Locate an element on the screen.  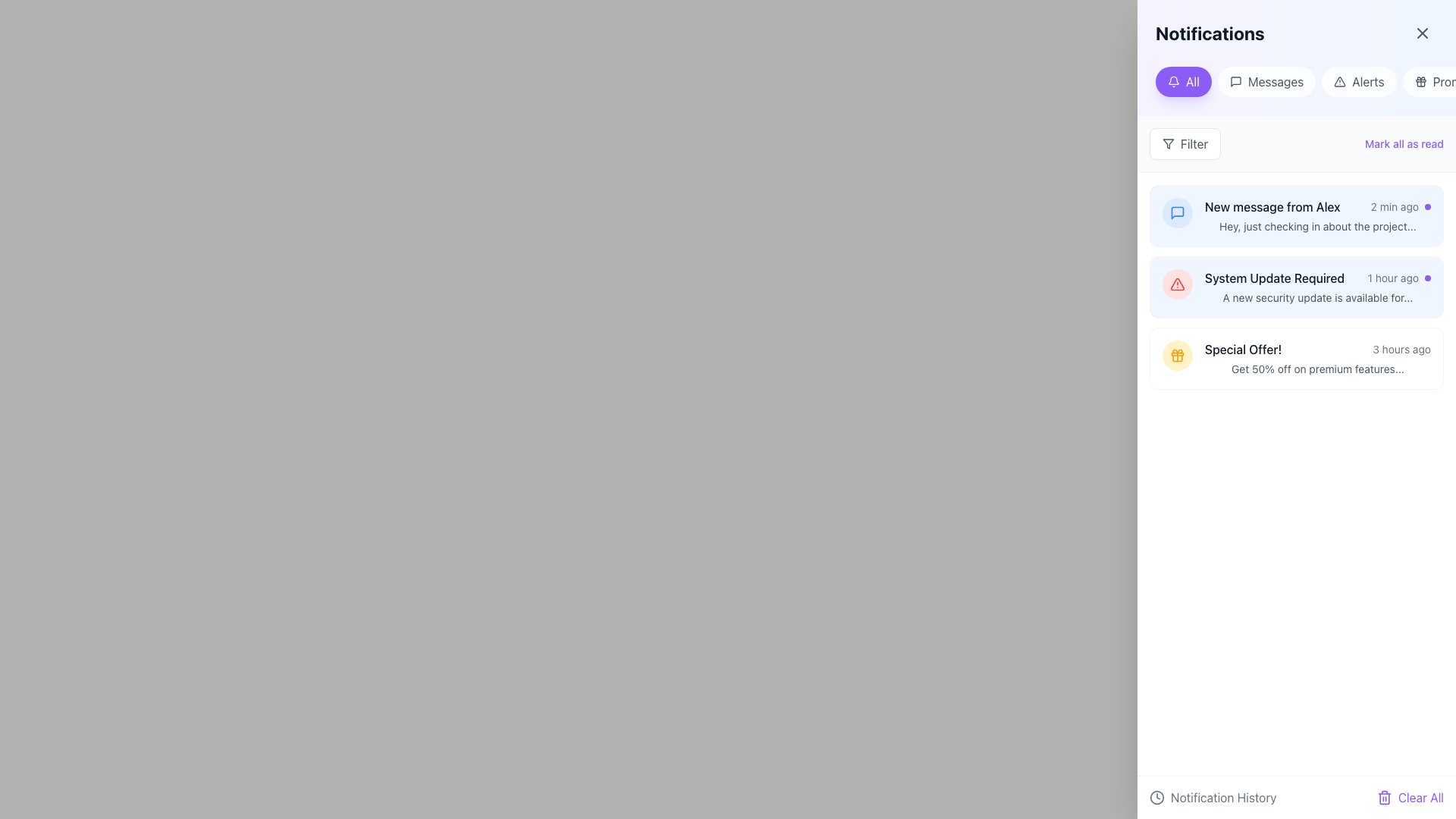
the alert triangle icon located to the left of the 'System Update Required' text in the notification section to interact with the associated notification is located at coordinates (1176, 284).